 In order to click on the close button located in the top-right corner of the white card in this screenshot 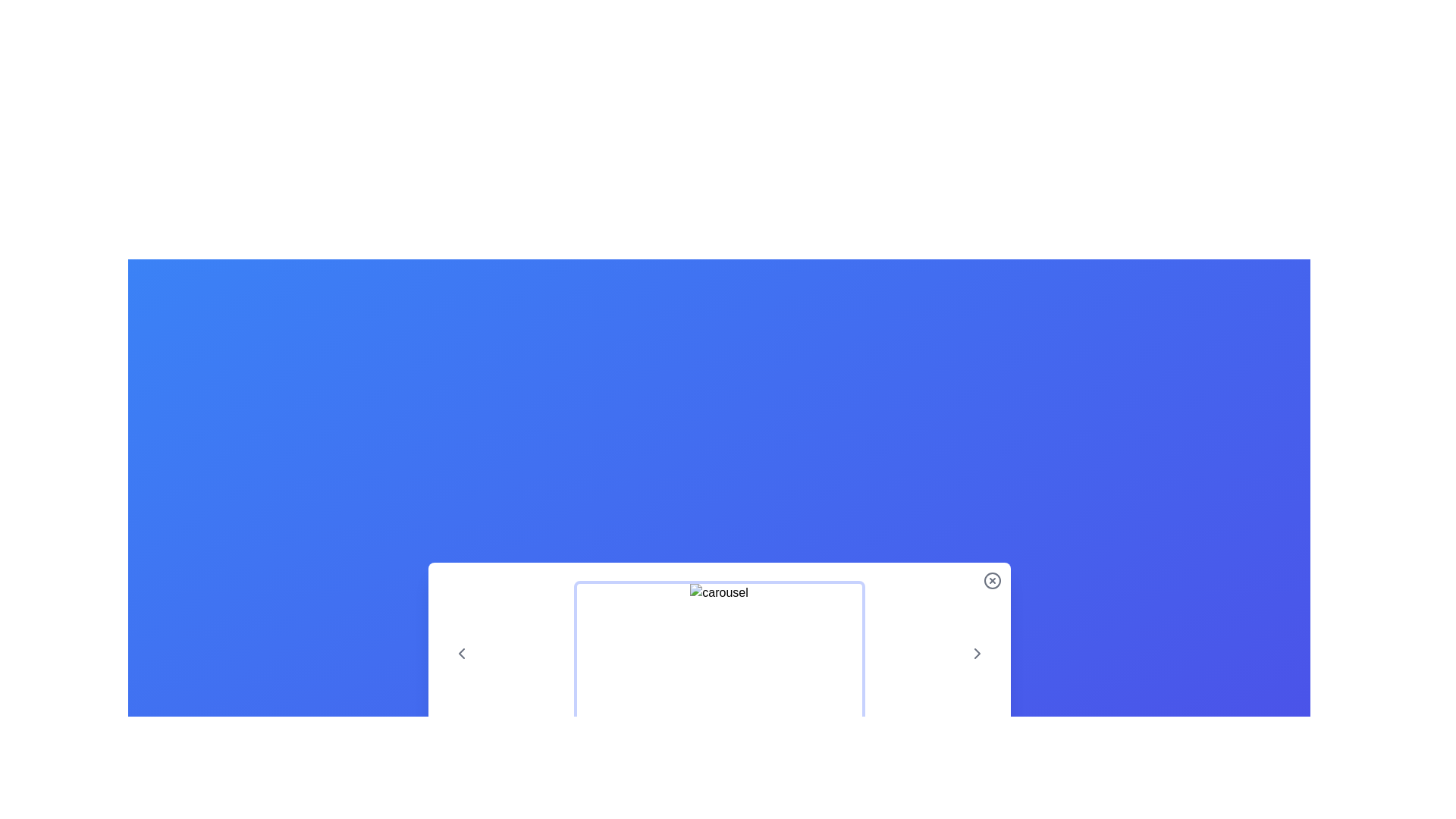, I will do `click(992, 580)`.